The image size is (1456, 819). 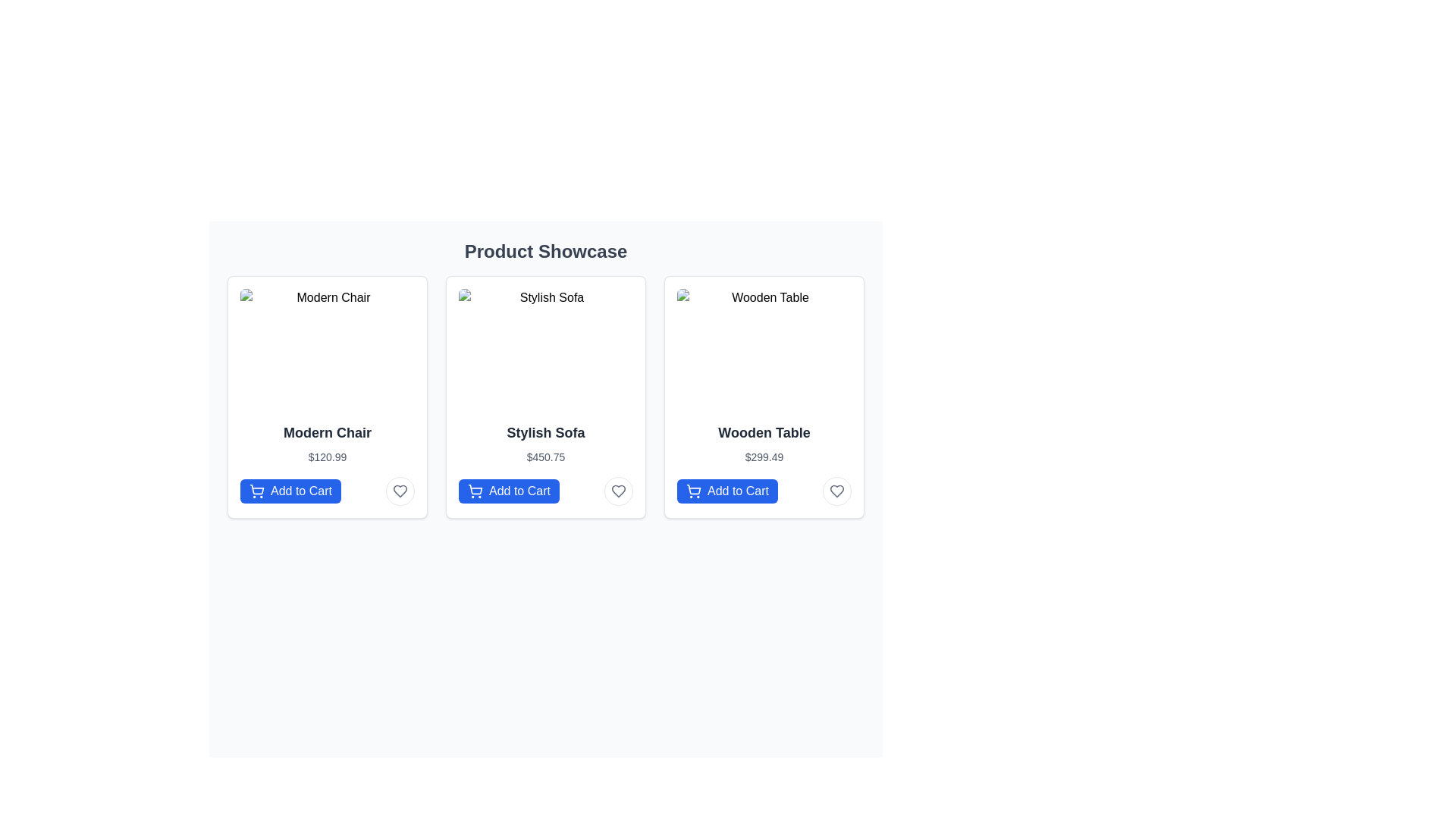 I want to click on the Text label that provides context for the 'Add to Cart' button, positioned centrally below the product name and price within the middle card of a 3-card grid layout, so click(x=519, y=491).